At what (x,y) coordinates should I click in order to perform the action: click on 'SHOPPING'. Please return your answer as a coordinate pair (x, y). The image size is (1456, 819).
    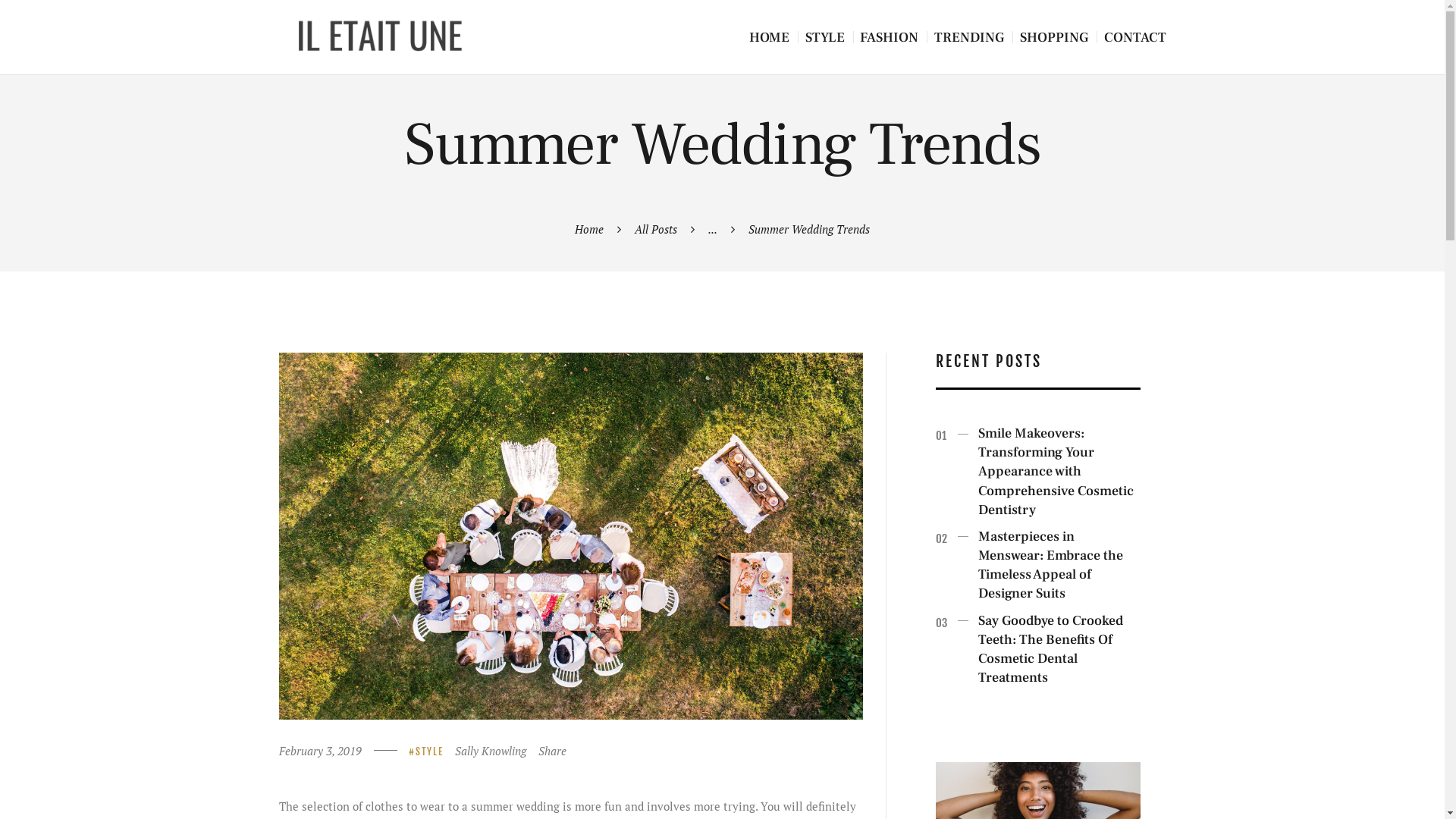
    Looking at the image, I should click on (1053, 36).